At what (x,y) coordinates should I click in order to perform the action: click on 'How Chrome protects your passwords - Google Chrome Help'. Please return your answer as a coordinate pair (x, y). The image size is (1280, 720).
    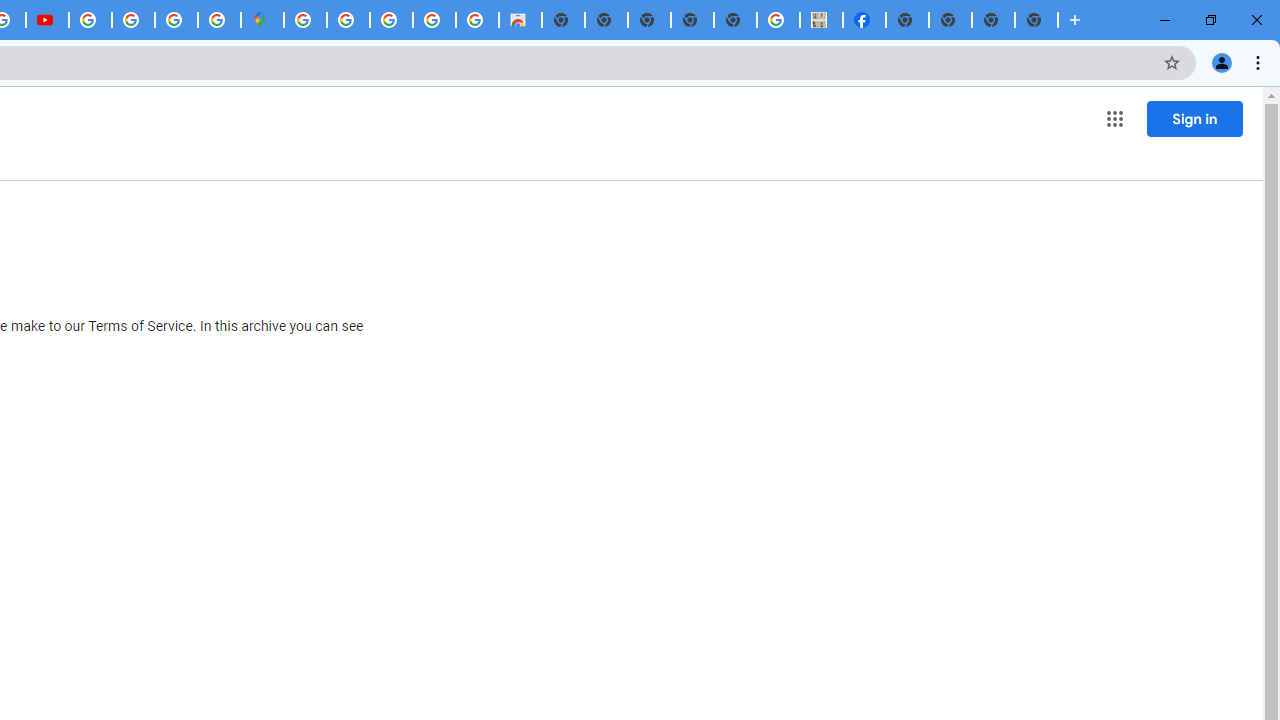
    Looking at the image, I should click on (89, 20).